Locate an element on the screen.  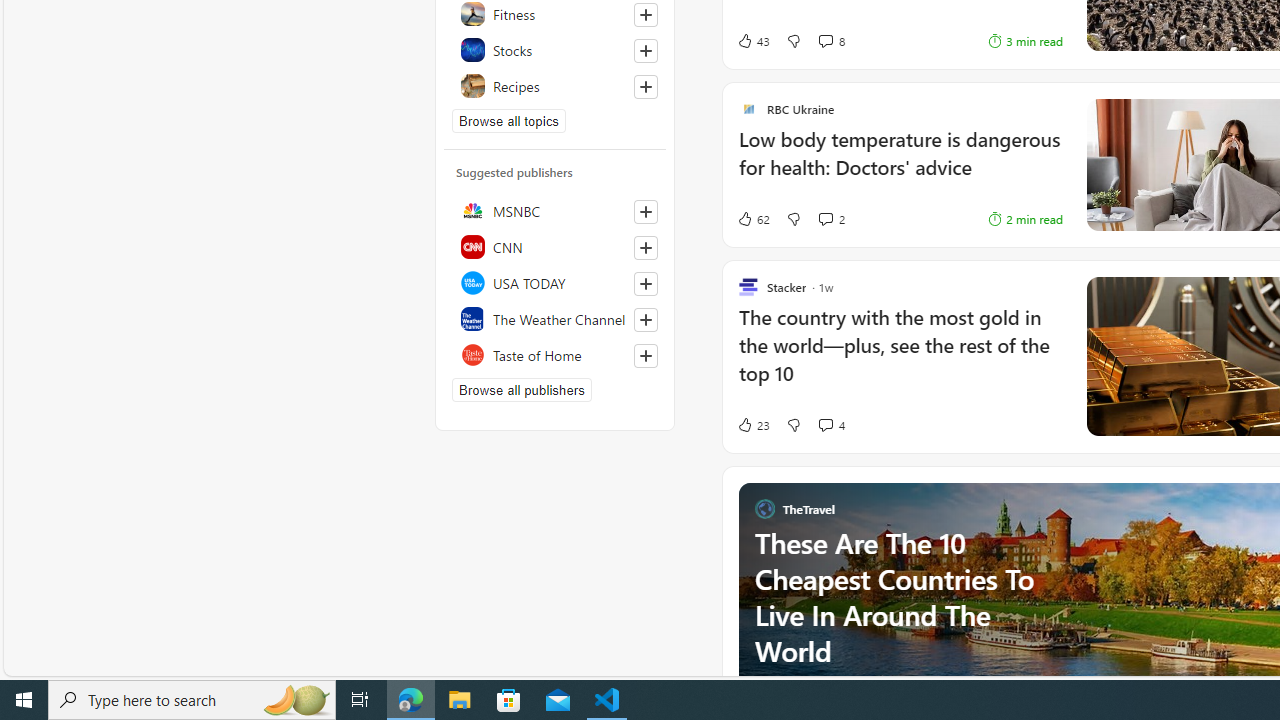
'CNN' is located at coordinates (555, 245).